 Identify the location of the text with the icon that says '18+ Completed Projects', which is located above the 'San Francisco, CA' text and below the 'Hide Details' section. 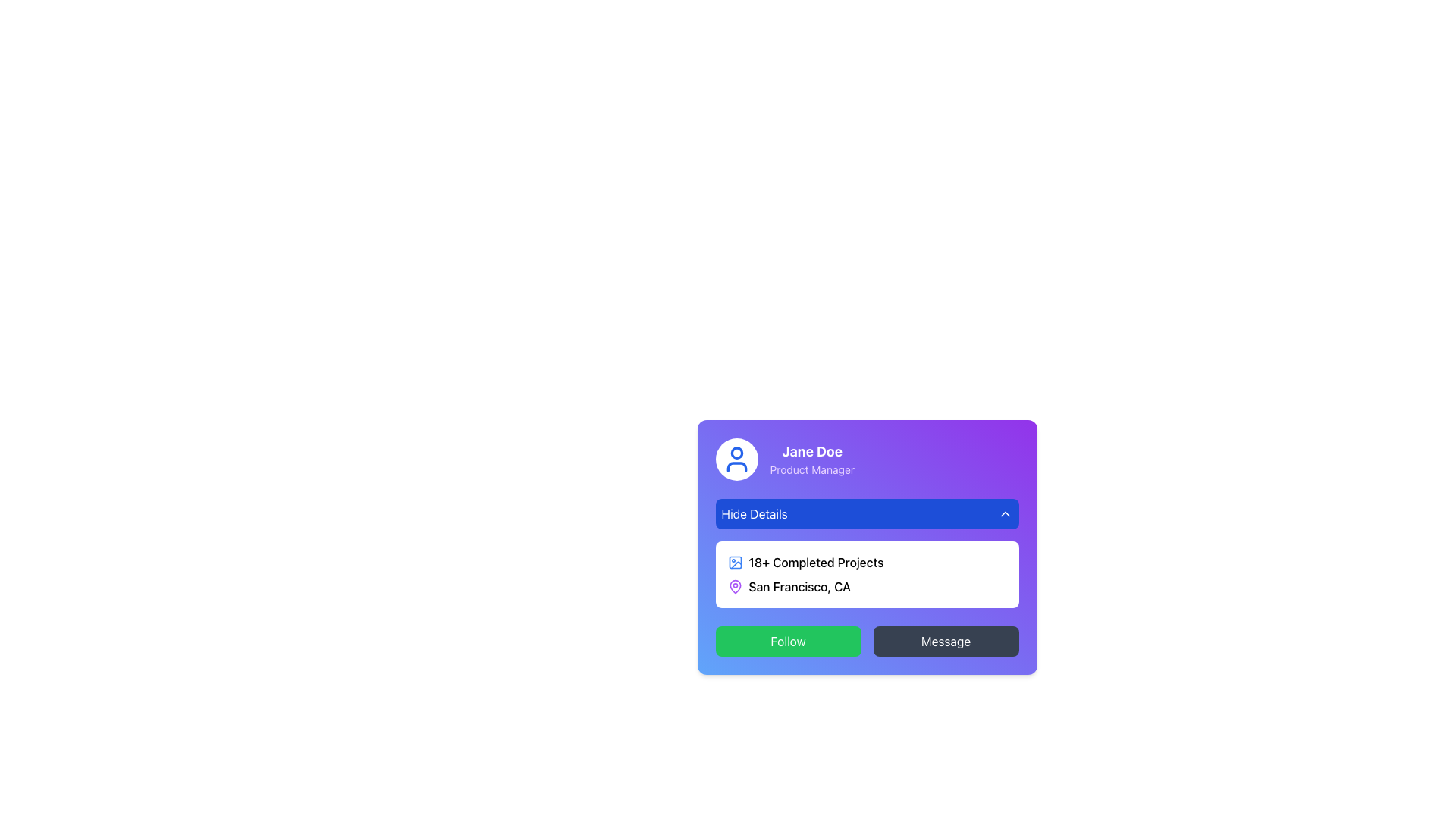
(867, 562).